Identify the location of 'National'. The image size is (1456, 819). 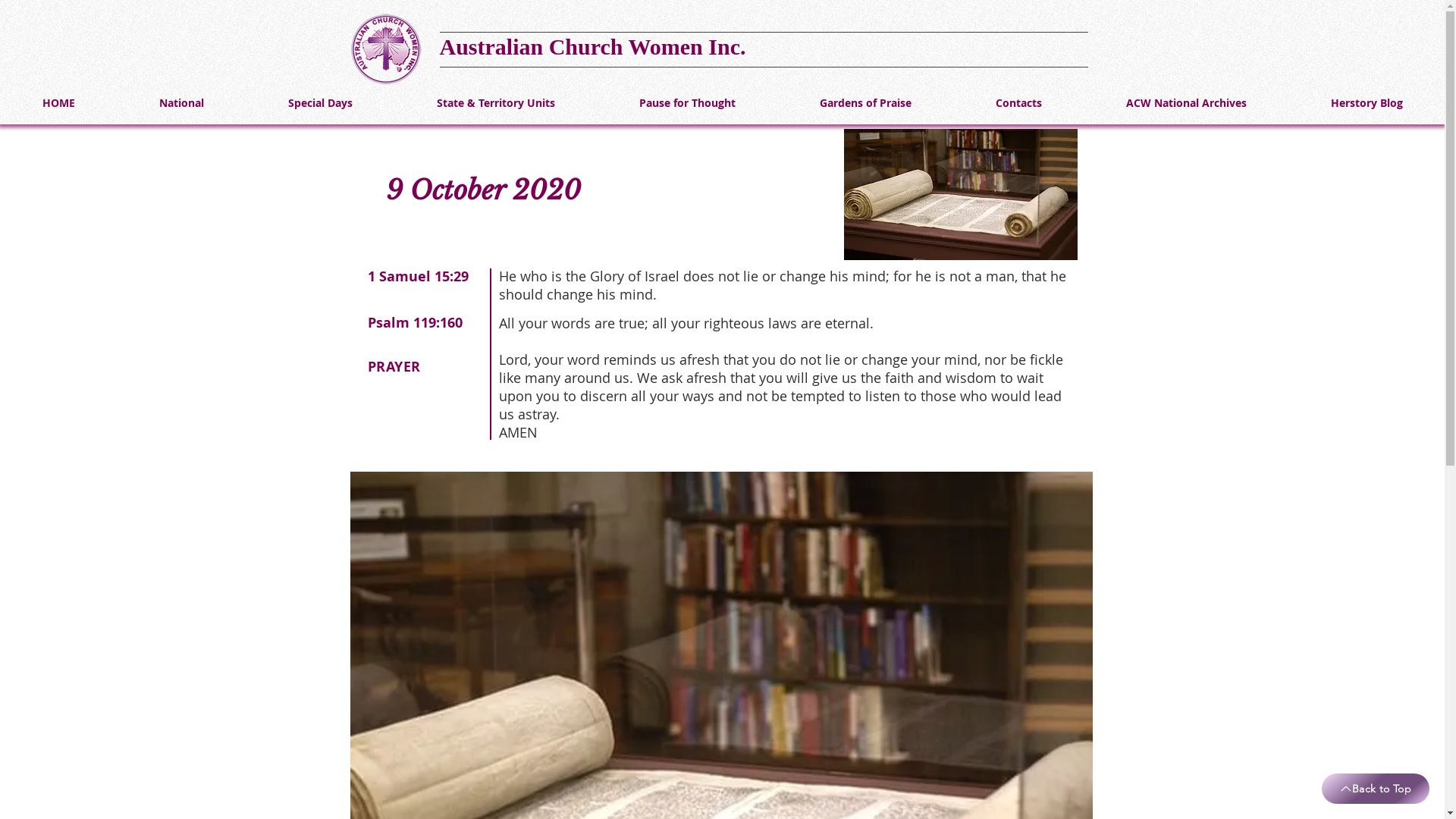
(181, 102).